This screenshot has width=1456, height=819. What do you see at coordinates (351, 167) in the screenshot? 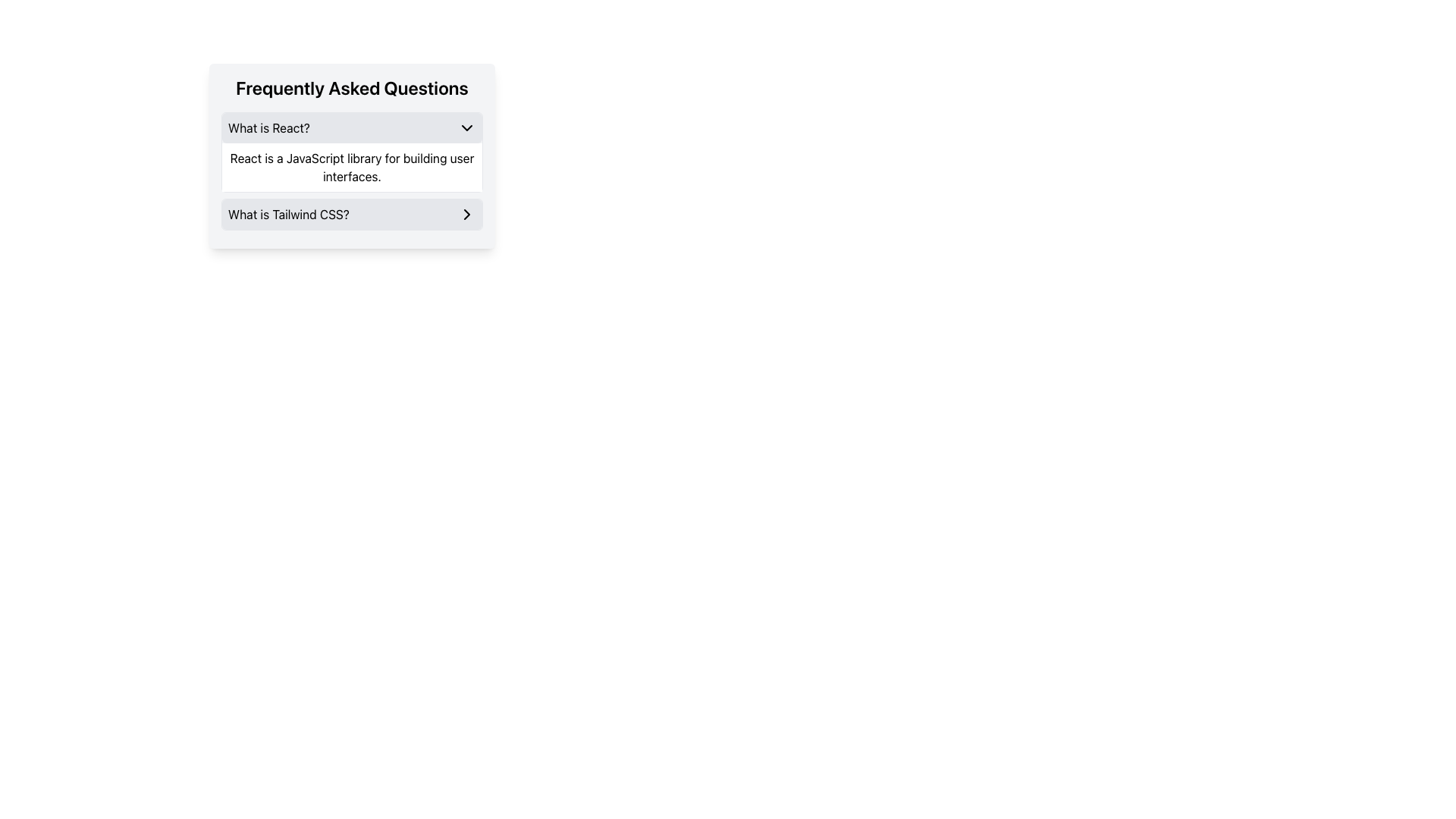
I see `the informational text about the React library located in the FAQ section under 'What is React?'` at bounding box center [351, 167].